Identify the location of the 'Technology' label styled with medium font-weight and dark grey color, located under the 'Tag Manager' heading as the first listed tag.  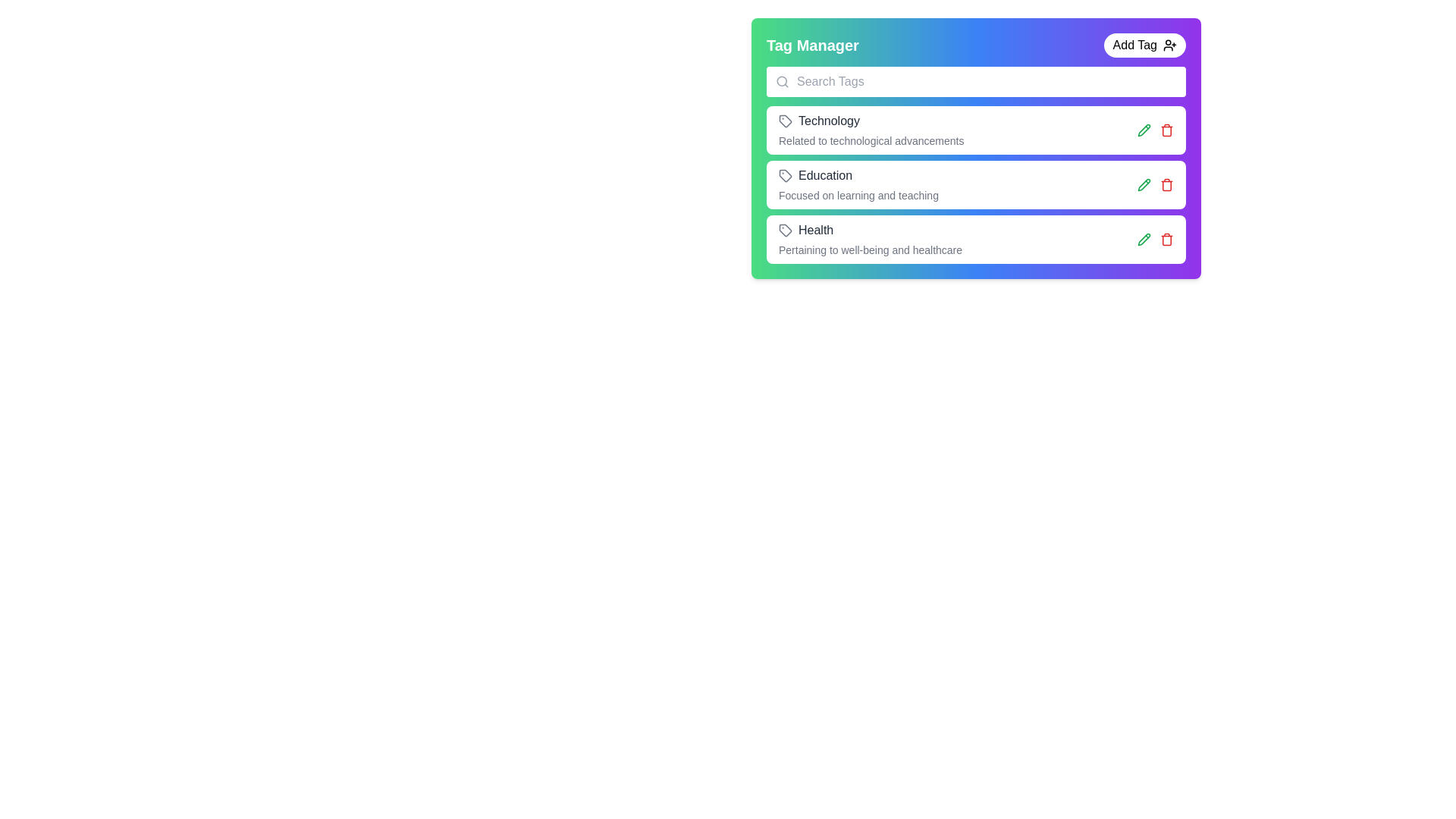
(828, 120).